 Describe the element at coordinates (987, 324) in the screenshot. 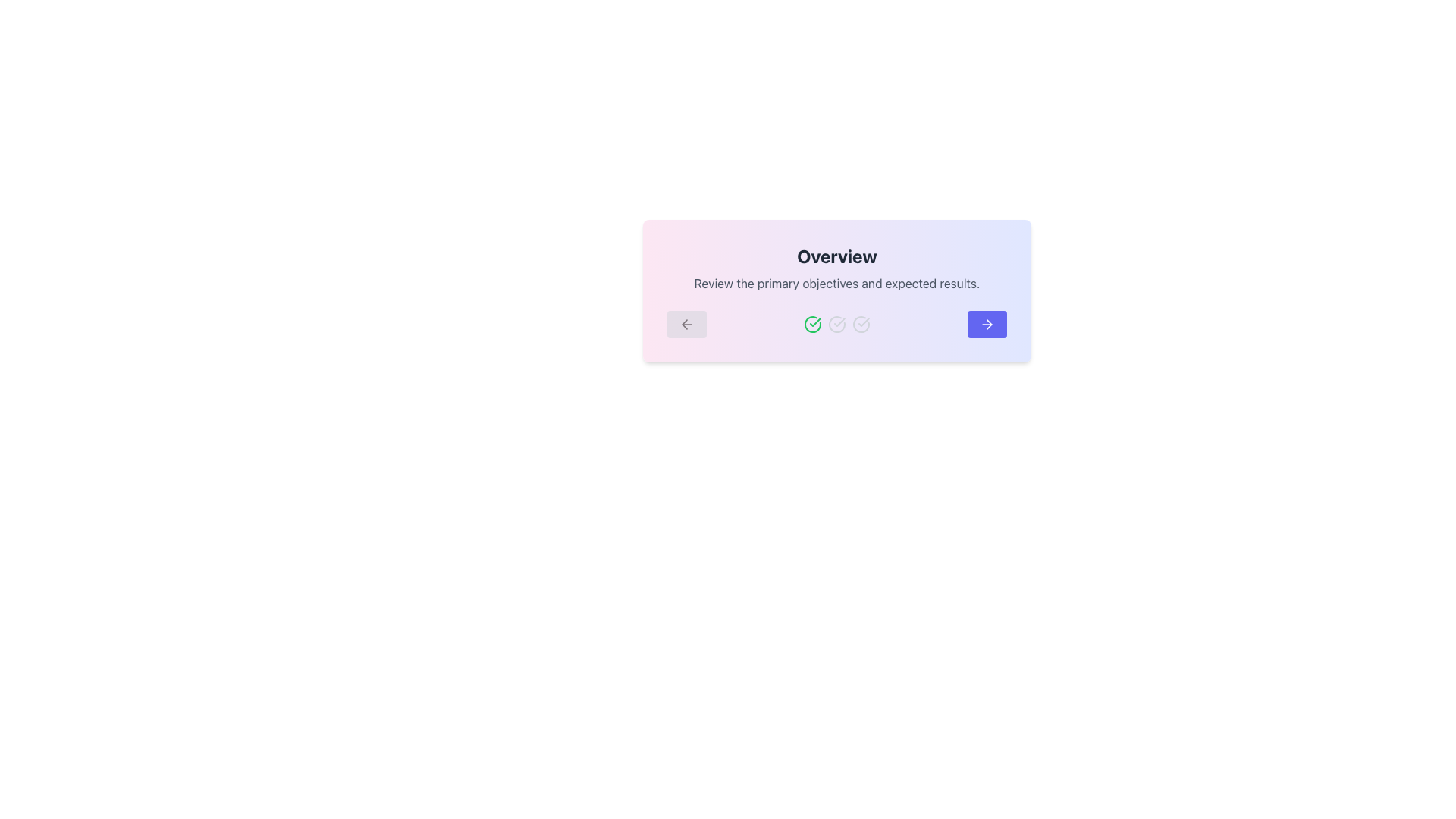

I see `the vibrant indigo blue button with a rightward arrow icon` at that location.